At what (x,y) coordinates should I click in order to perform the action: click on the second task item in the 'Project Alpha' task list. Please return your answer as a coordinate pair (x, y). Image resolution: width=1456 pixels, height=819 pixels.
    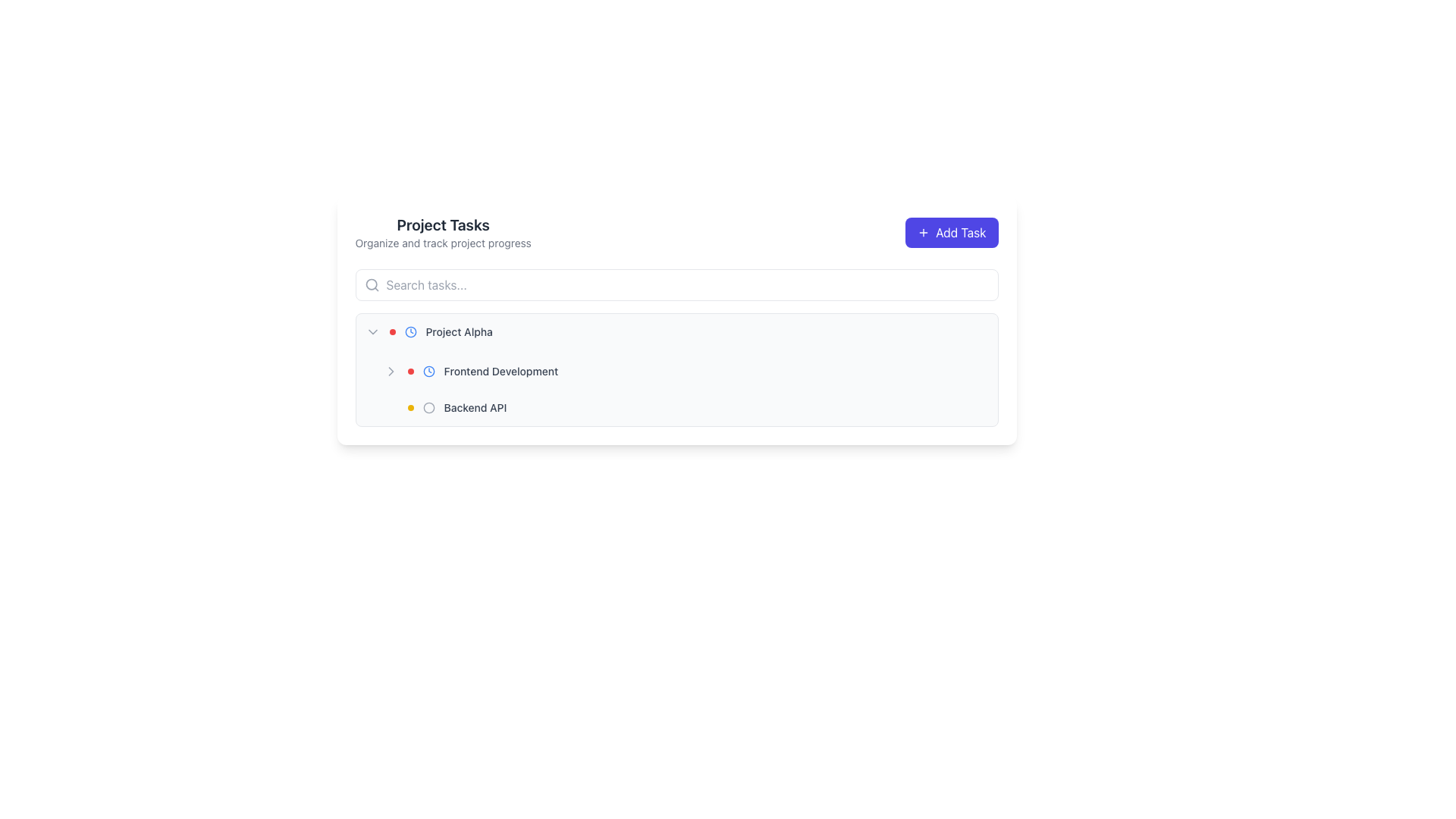
    Looking at the image, I should click on (685, 371).